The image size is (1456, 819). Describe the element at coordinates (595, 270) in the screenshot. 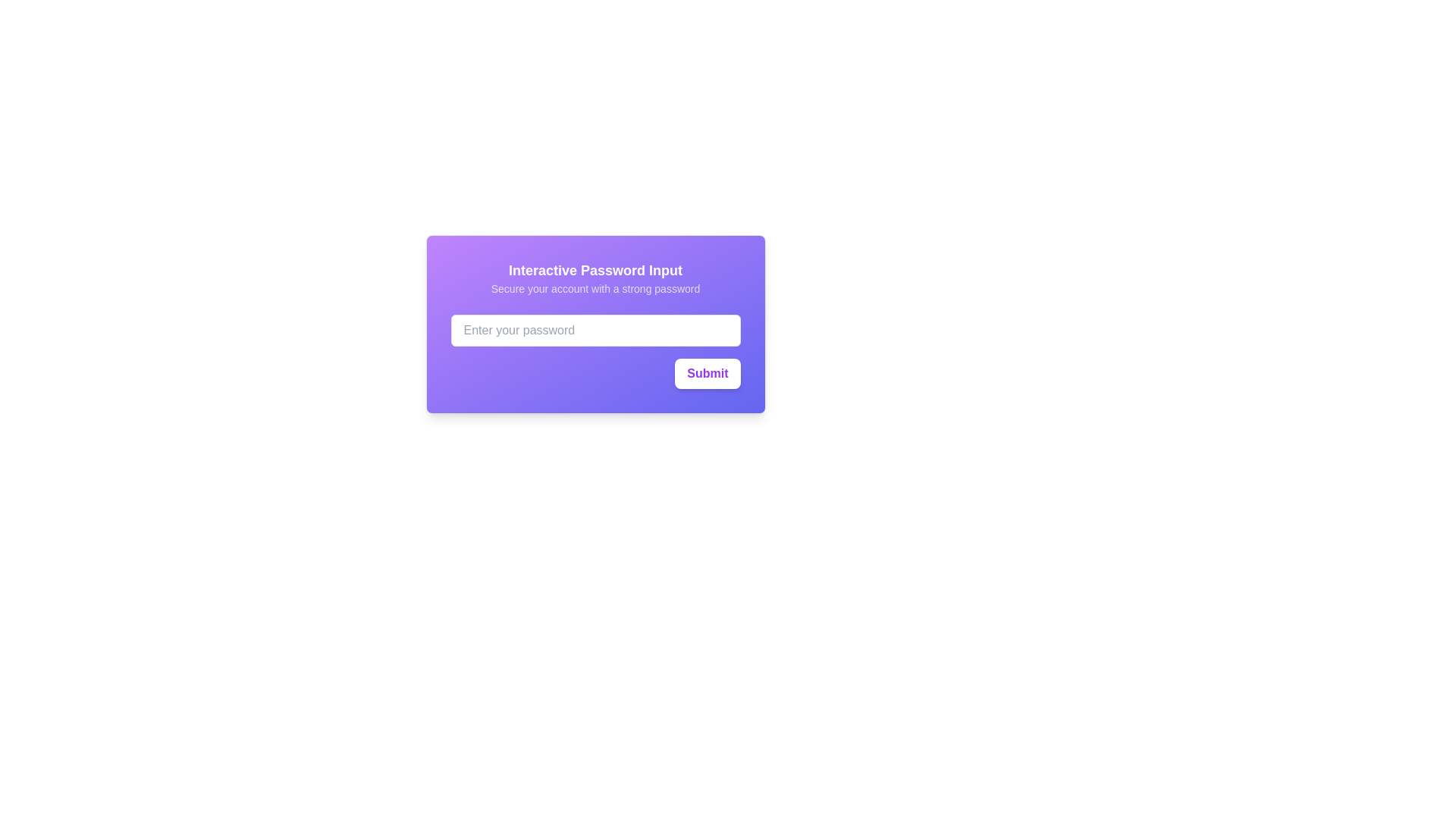

I see `the header text label indicating the purpose of the input form, which is centrally located at the top of the card interface` at that location.